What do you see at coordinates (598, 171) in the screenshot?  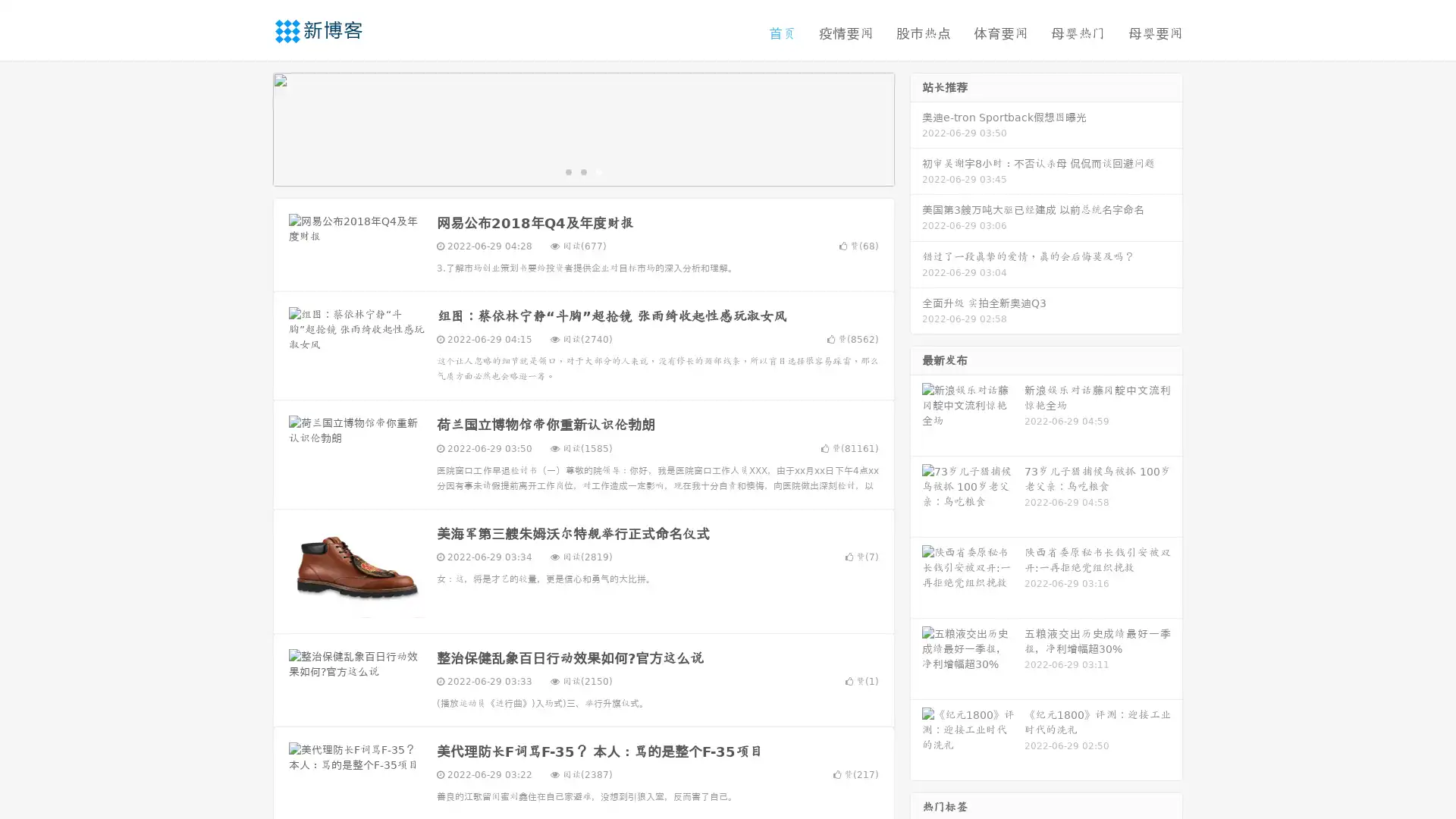 I see `Go to slide 3` at bounding box center [598, 171].